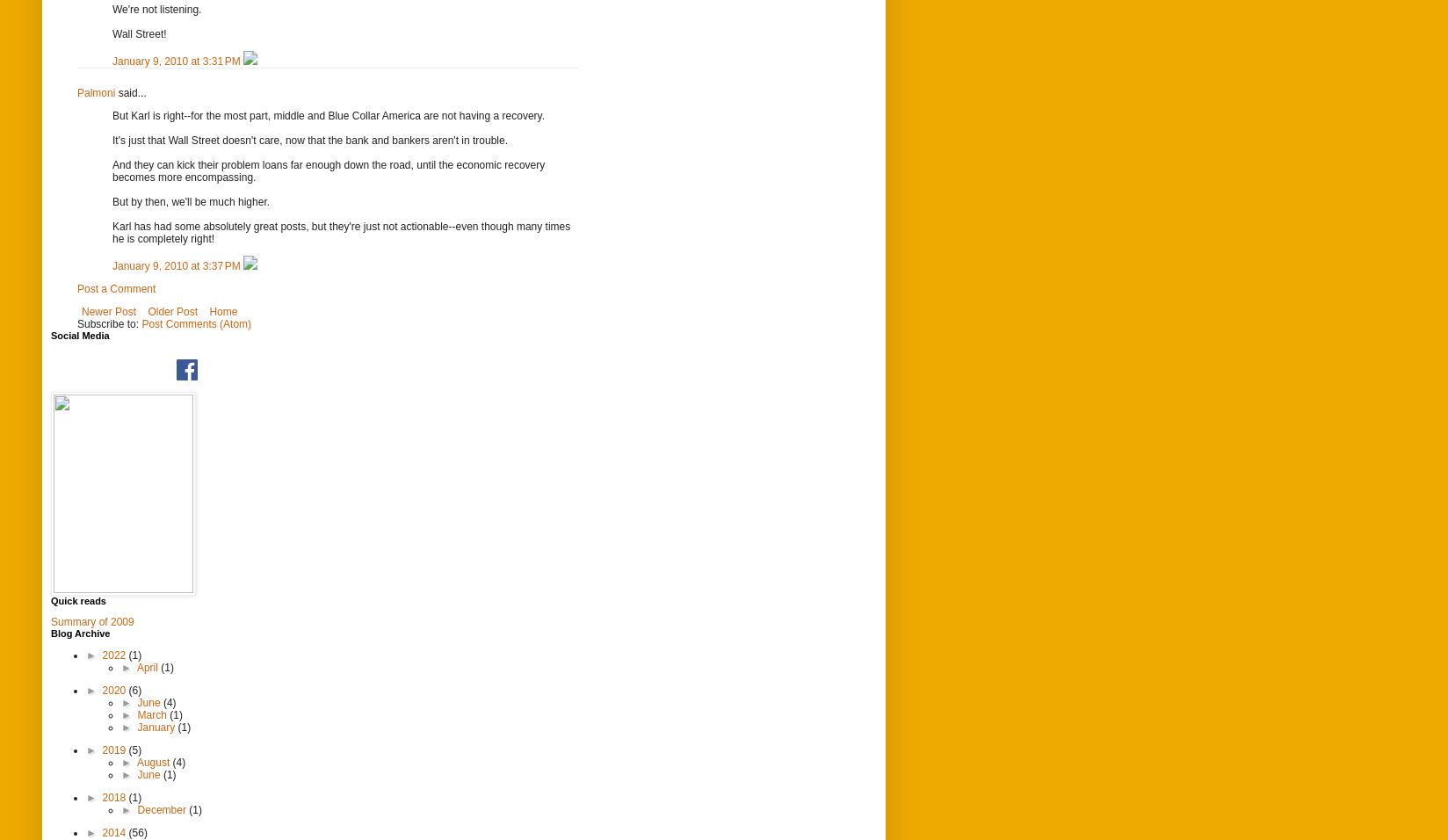 The height and width of the screenshot is (840, 1448). I want to click on 'Karl has had some absolutely great posts, but they're just not actionable--even though many times he is completely right!', so click(340, 231).